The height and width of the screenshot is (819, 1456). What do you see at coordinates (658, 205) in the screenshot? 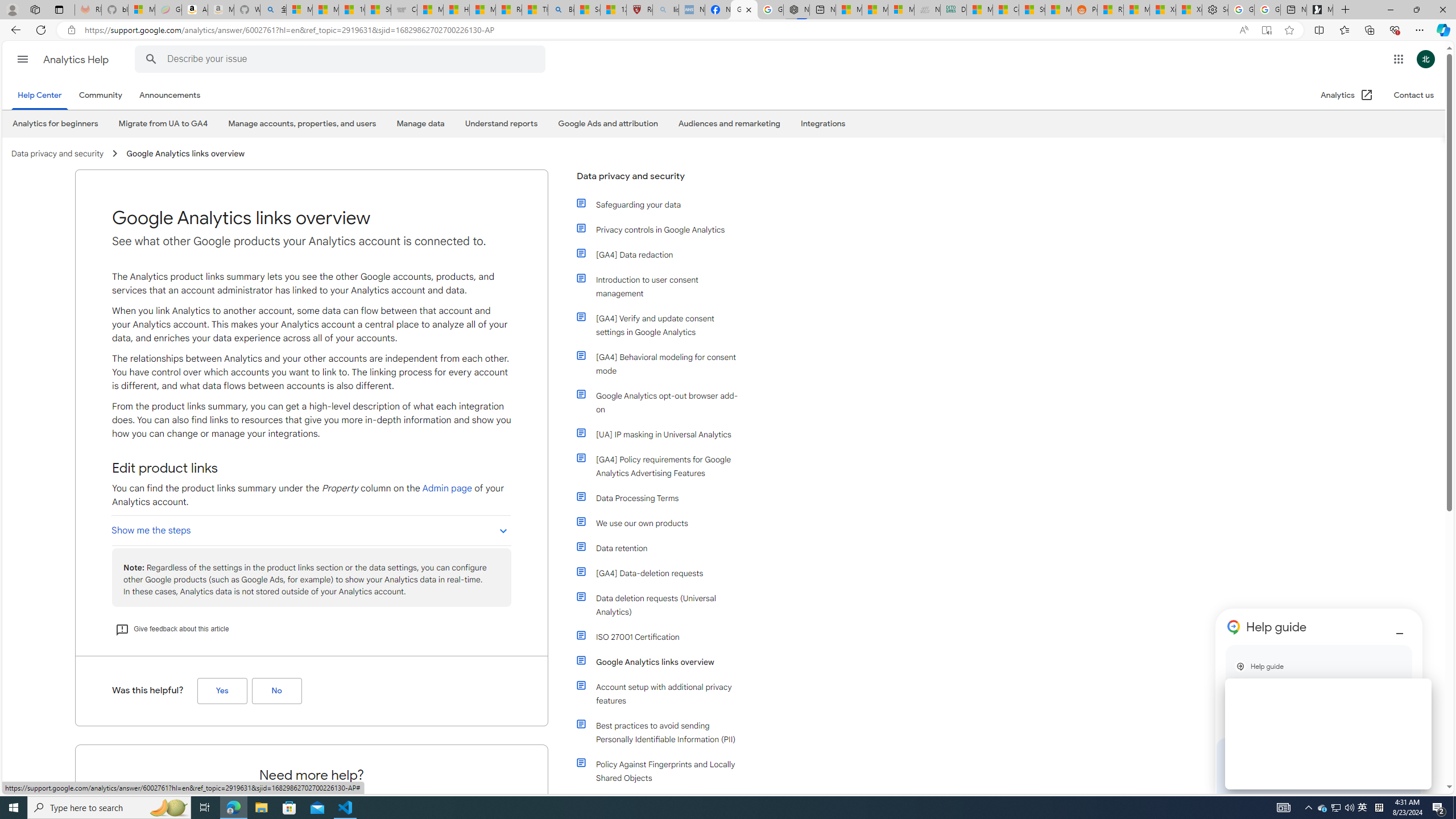
I see `'Safeguarding your data'` at bounding box center [658, 205].